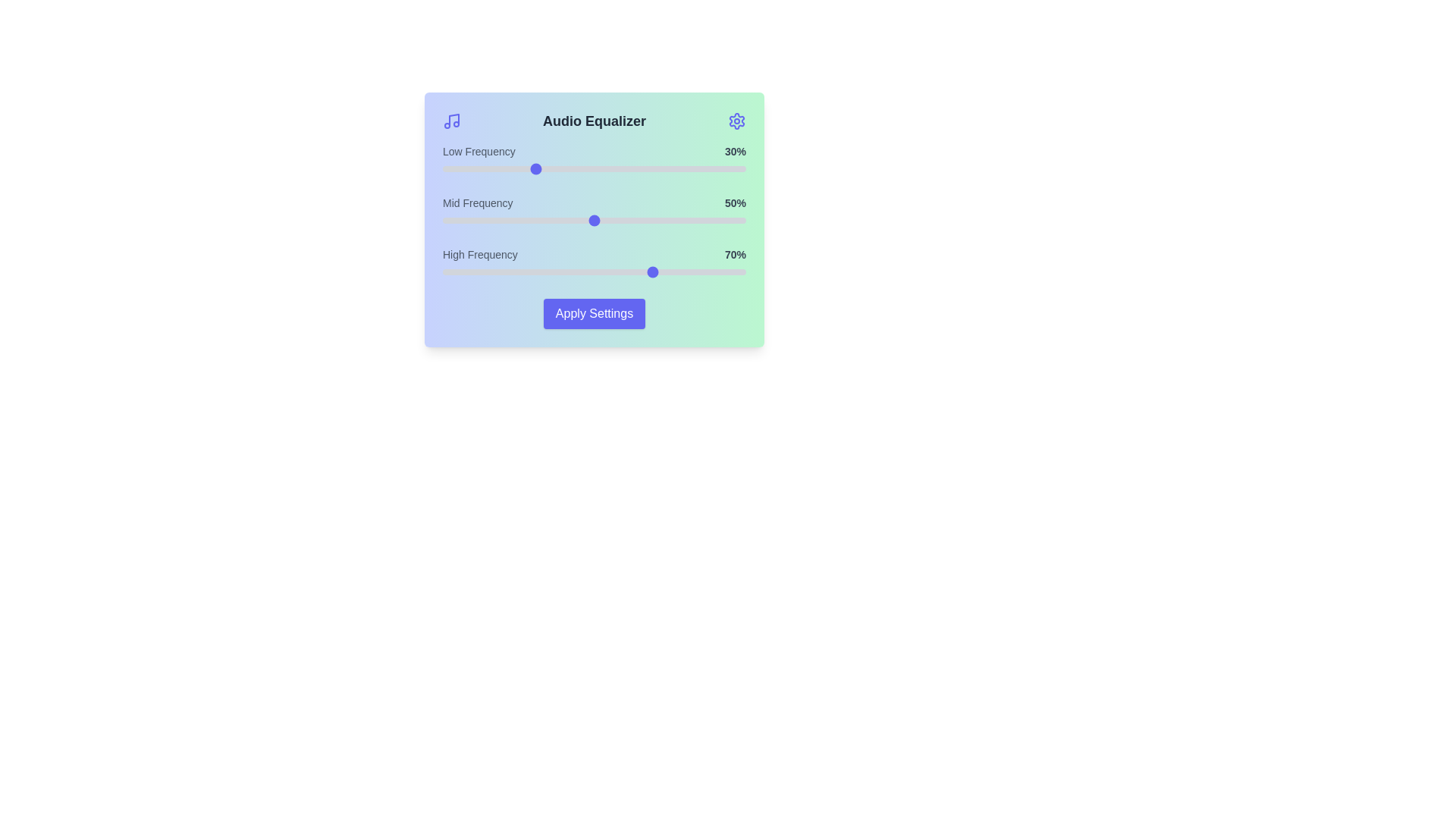 Image resolution: width=1456 pixels, height=819 pixels. Describe the element at coordinates (593, 312) in the screenshot. I see `the 'Apply Settings' button to apply the current audio equalizer settings` at that location.